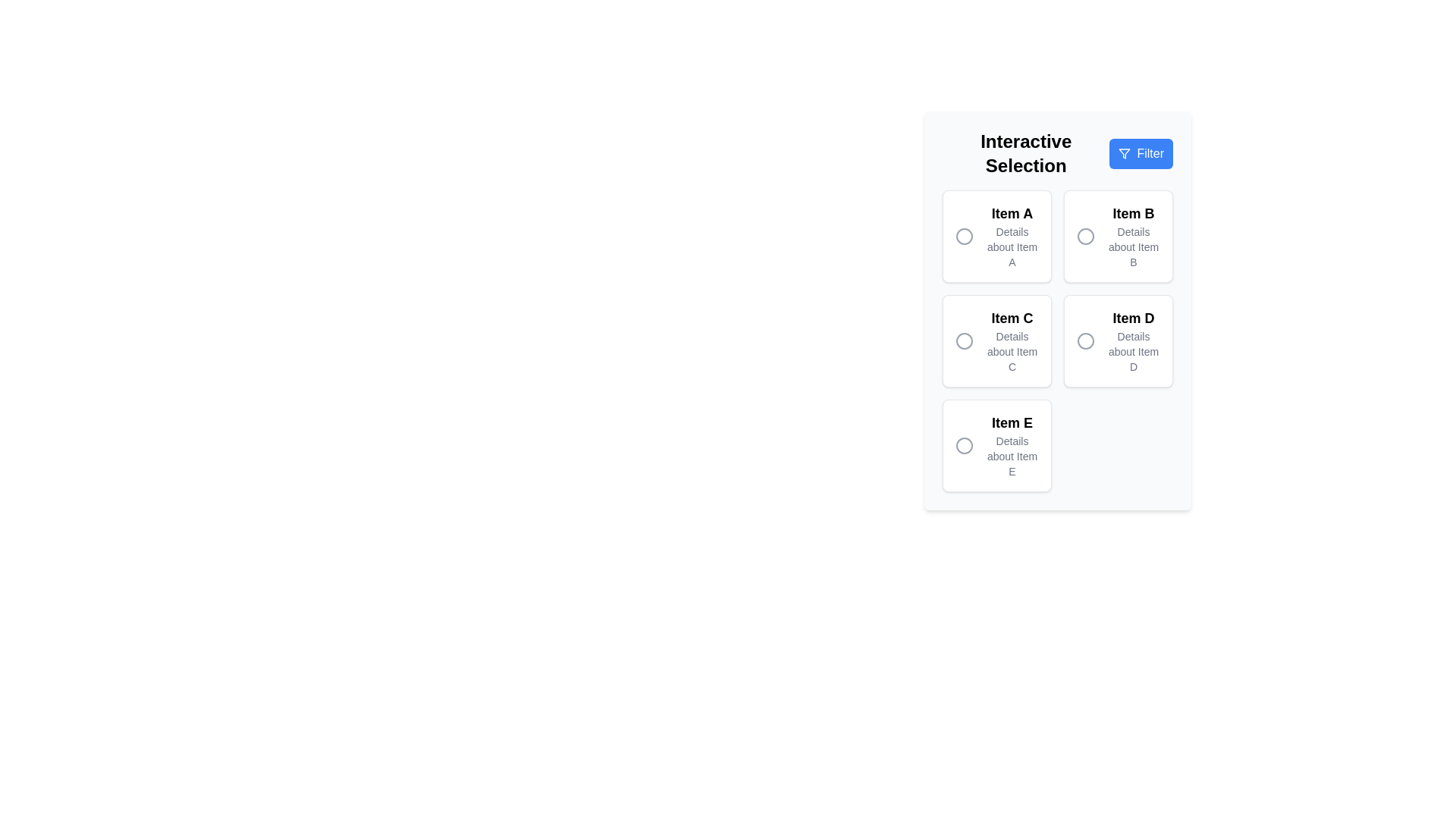 Image resolution: width=1456 pixels, height=819 pixels. What do you see at coordinates (1084, 341) in the screenshot?
I see `the radio button associated with 'Item D'` at bounding box center [1084, 341].